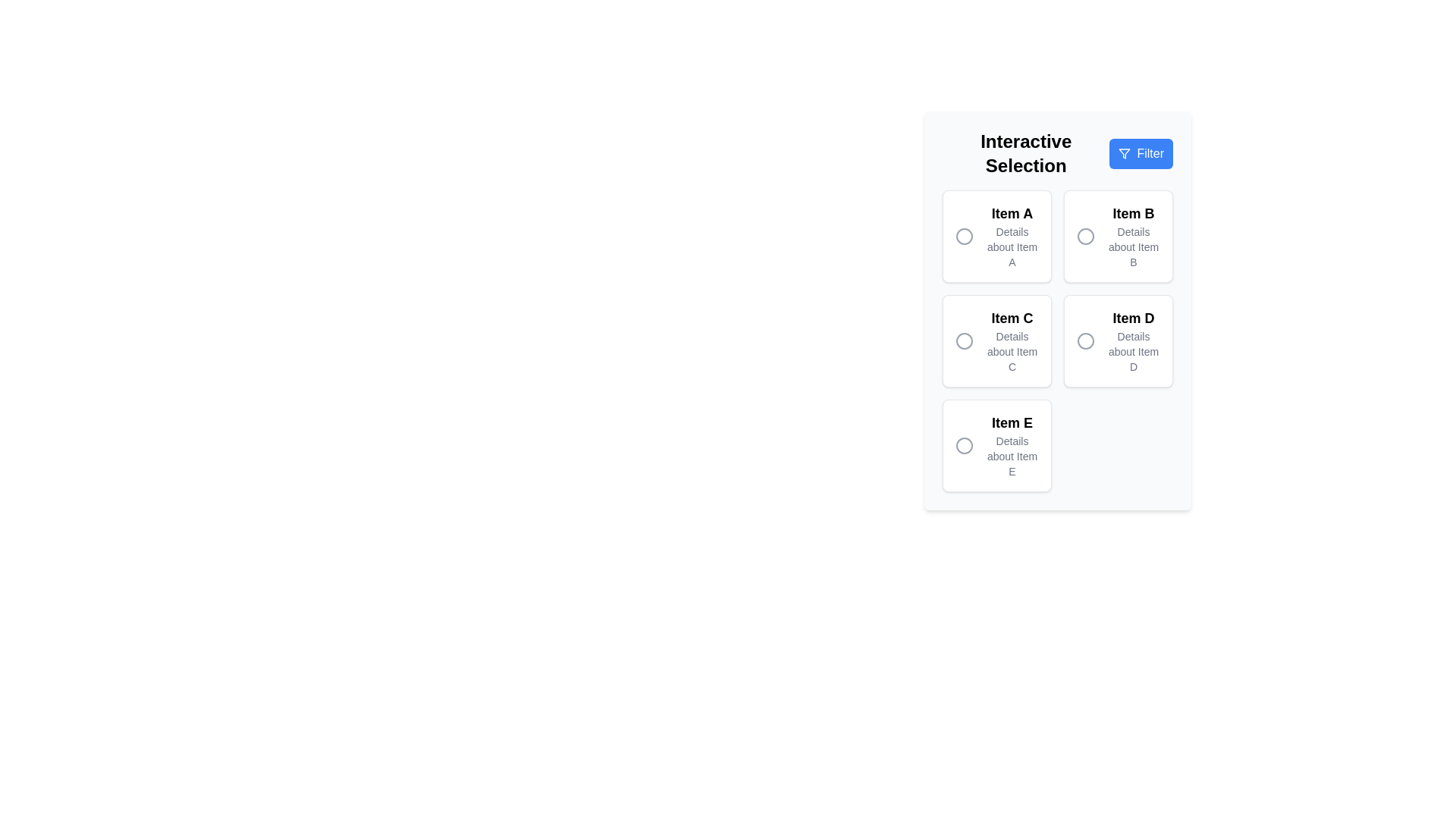 Image resolution: width=1456 pixels, height=819 pixels. What do you see at coordinates (1084, 341) in the screenshot?
I see `the radio button associated with 'Item D'` at bounding box center [1084, 341].